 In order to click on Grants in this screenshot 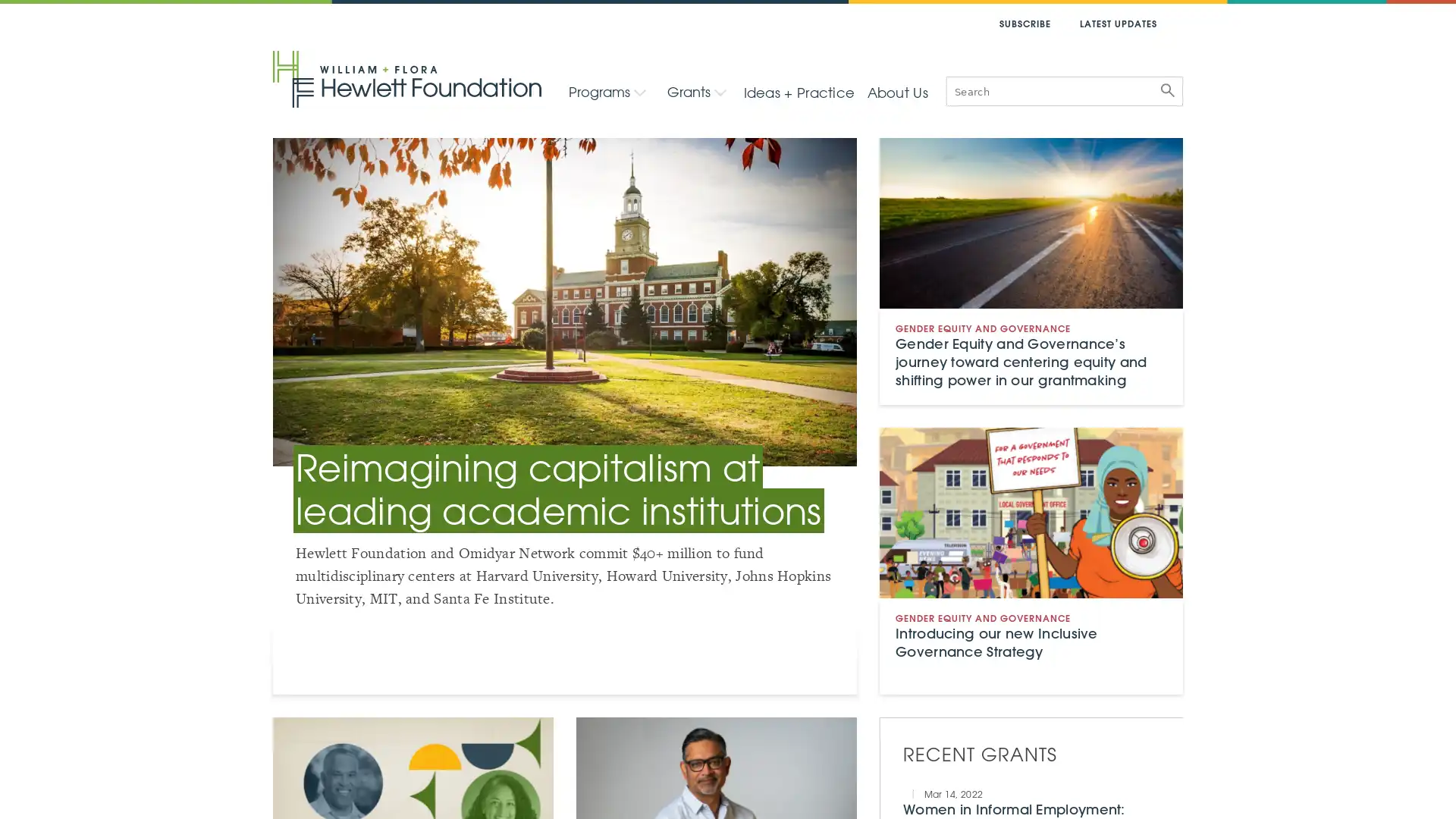, I will do `click(695, 91)`.